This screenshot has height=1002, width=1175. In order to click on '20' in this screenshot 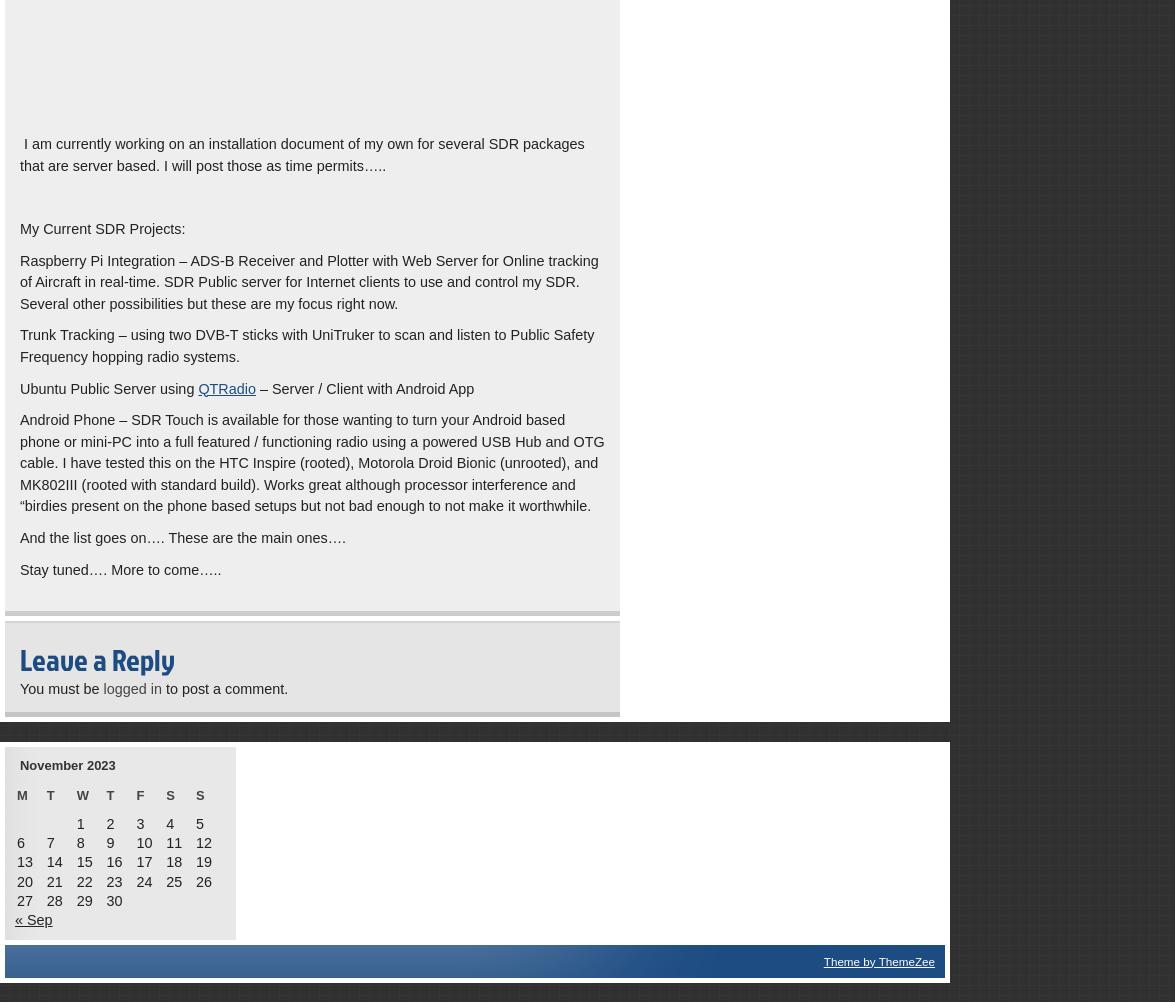, I will do `click(25, 880)`.